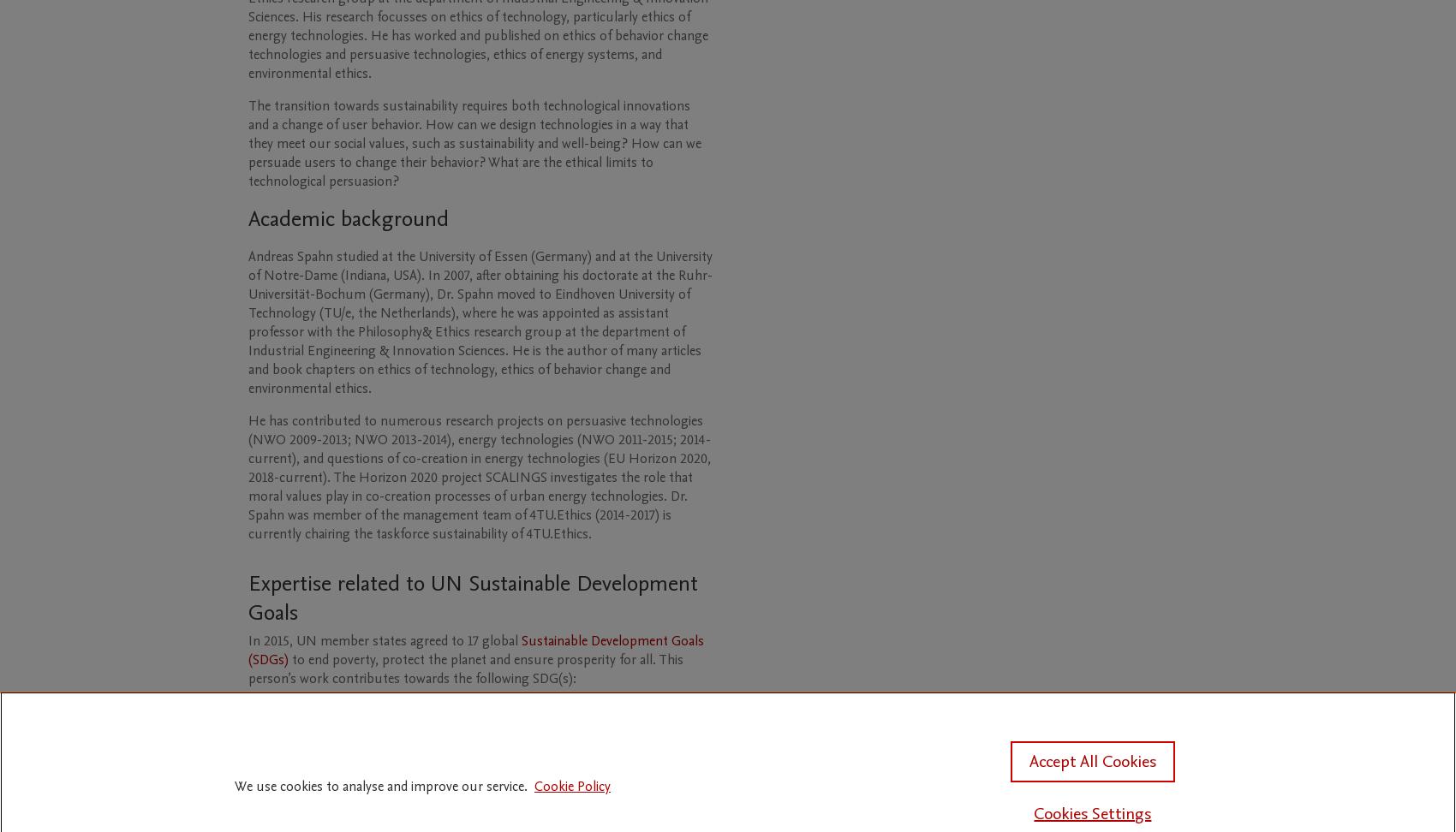 The image size is (1456, 832). I want to click on '4TU.Ethics', so click(557, 532).